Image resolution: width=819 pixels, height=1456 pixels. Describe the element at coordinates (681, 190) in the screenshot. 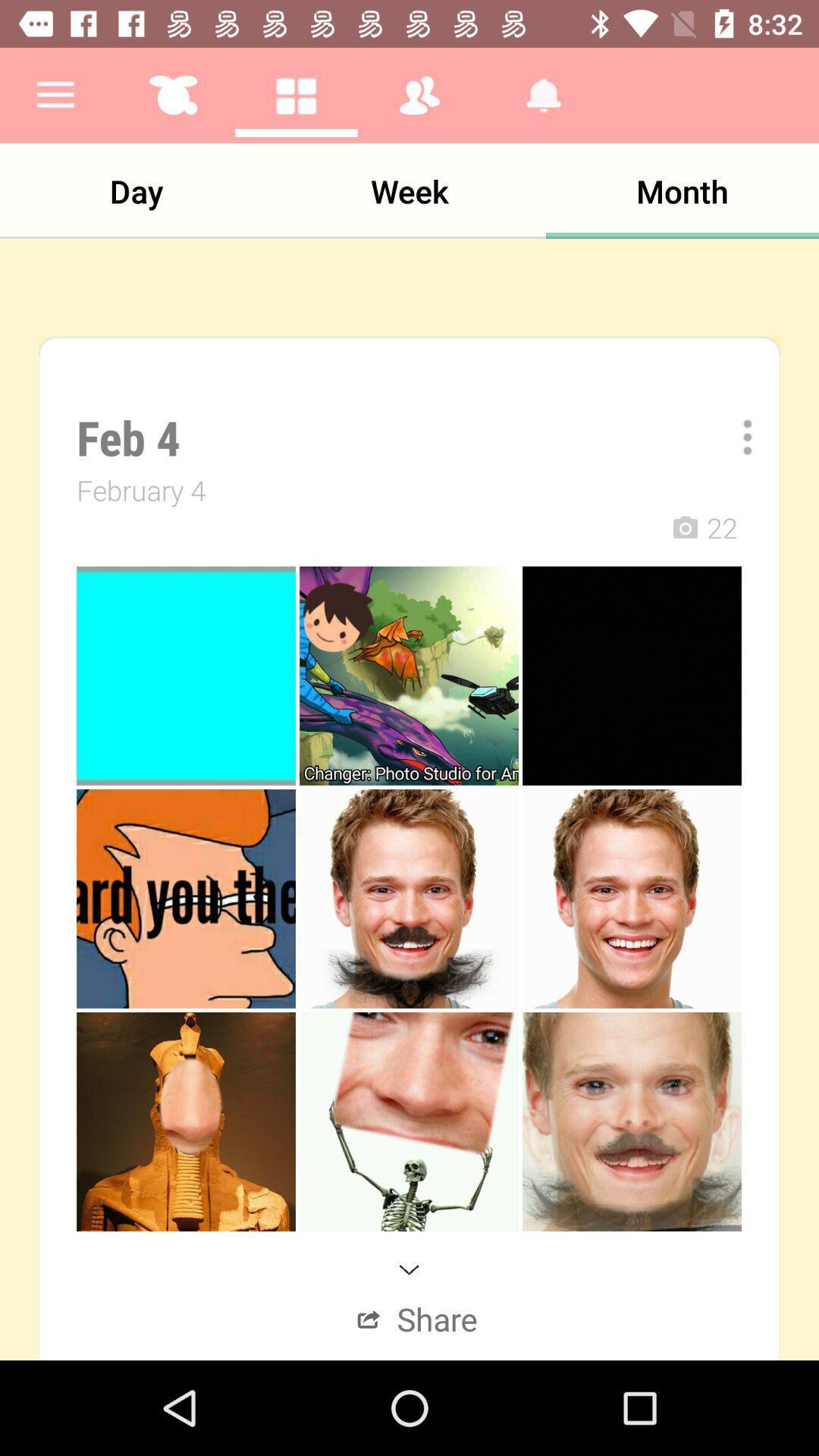

I see `the item next to week app` at that location.